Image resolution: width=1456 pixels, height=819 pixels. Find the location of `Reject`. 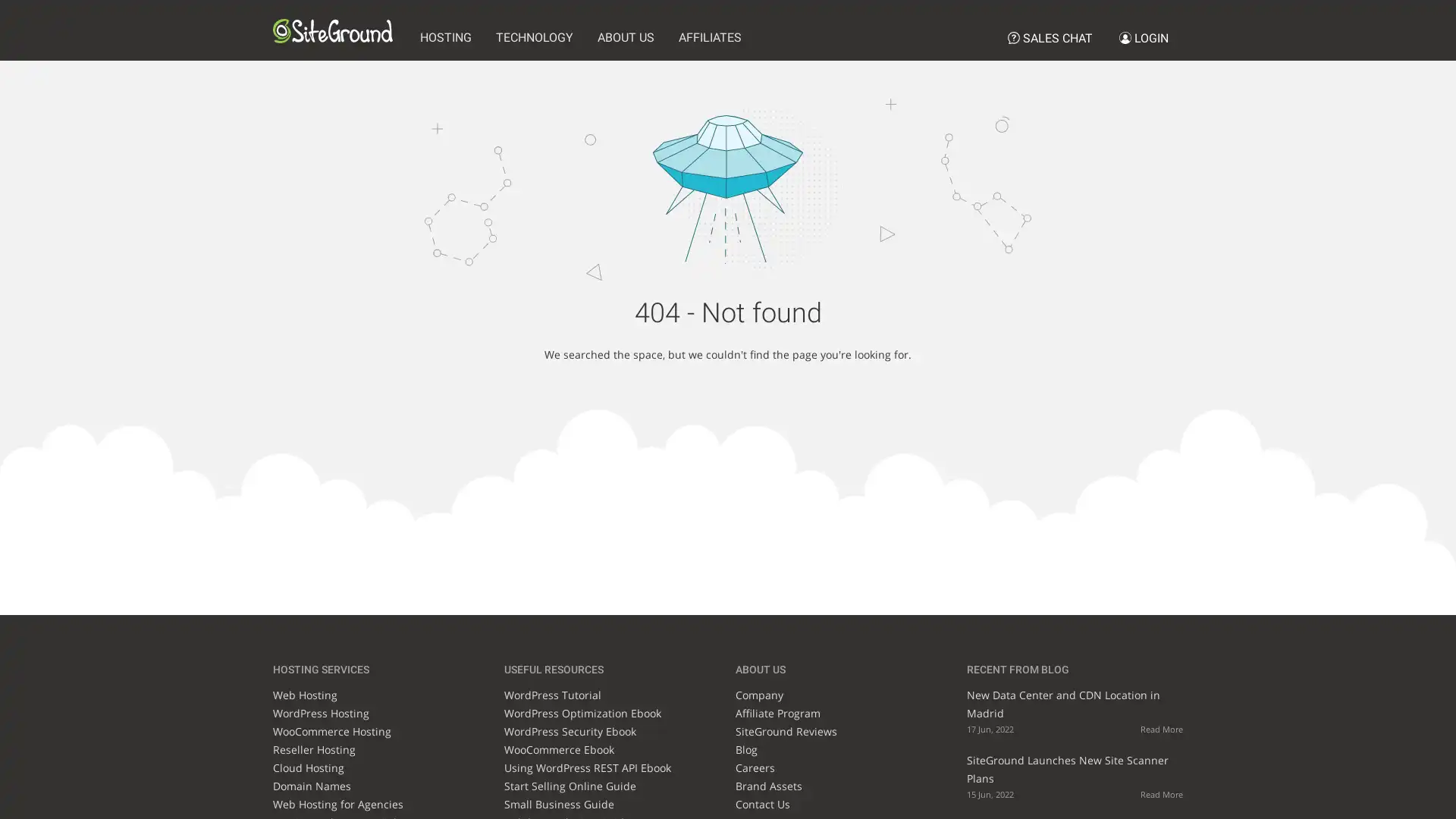

Reject is located at coordinates (1162, 773).